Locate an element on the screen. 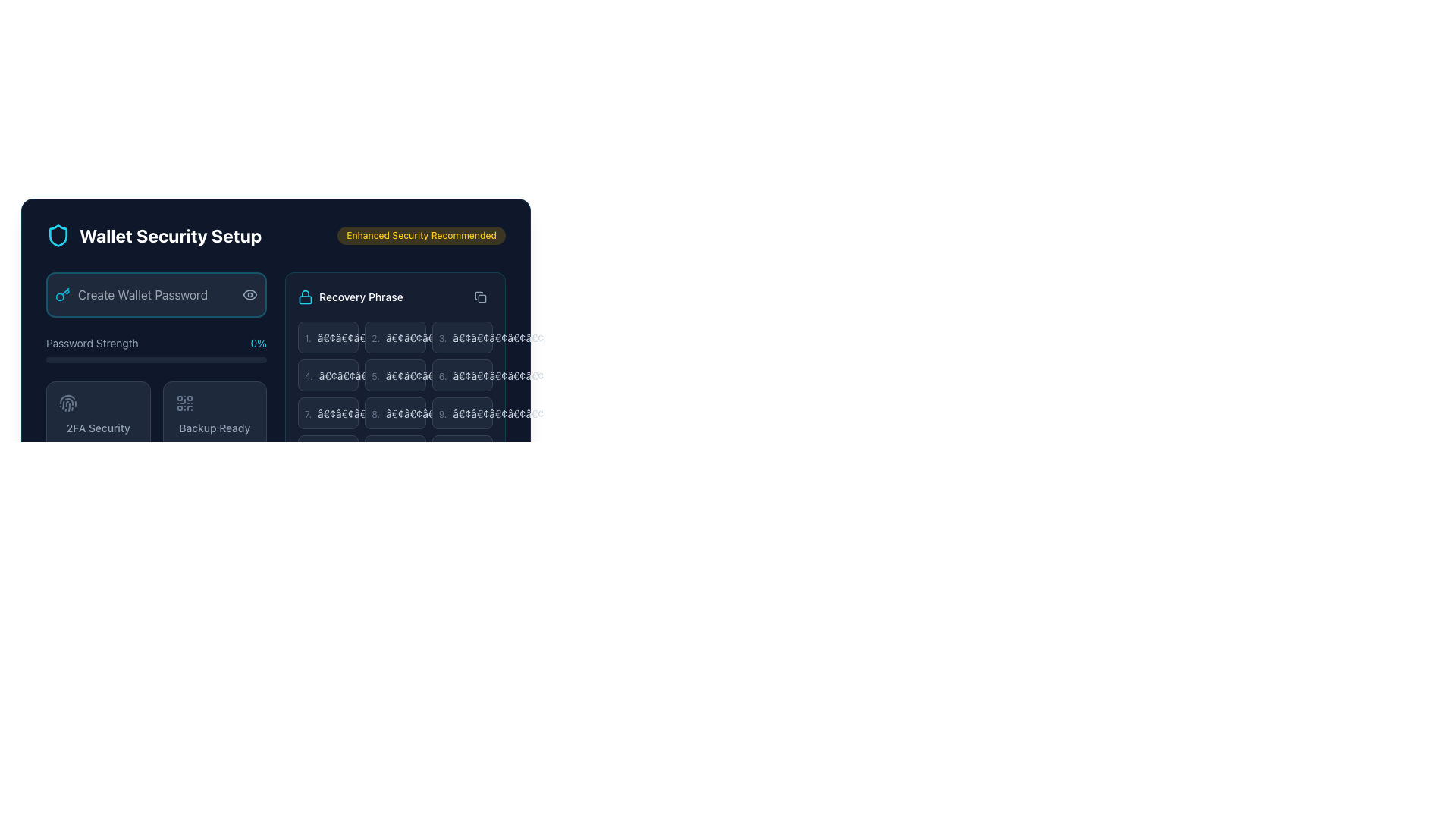 This screenshot has height=819, width=1456. text label indicating the functionality of the two-factor authentication security settings, located beneath the fingerprint icon and adjacent to the 'Backup Ready' tile in the bottom section of the tile is located at coordinates (97, 428).